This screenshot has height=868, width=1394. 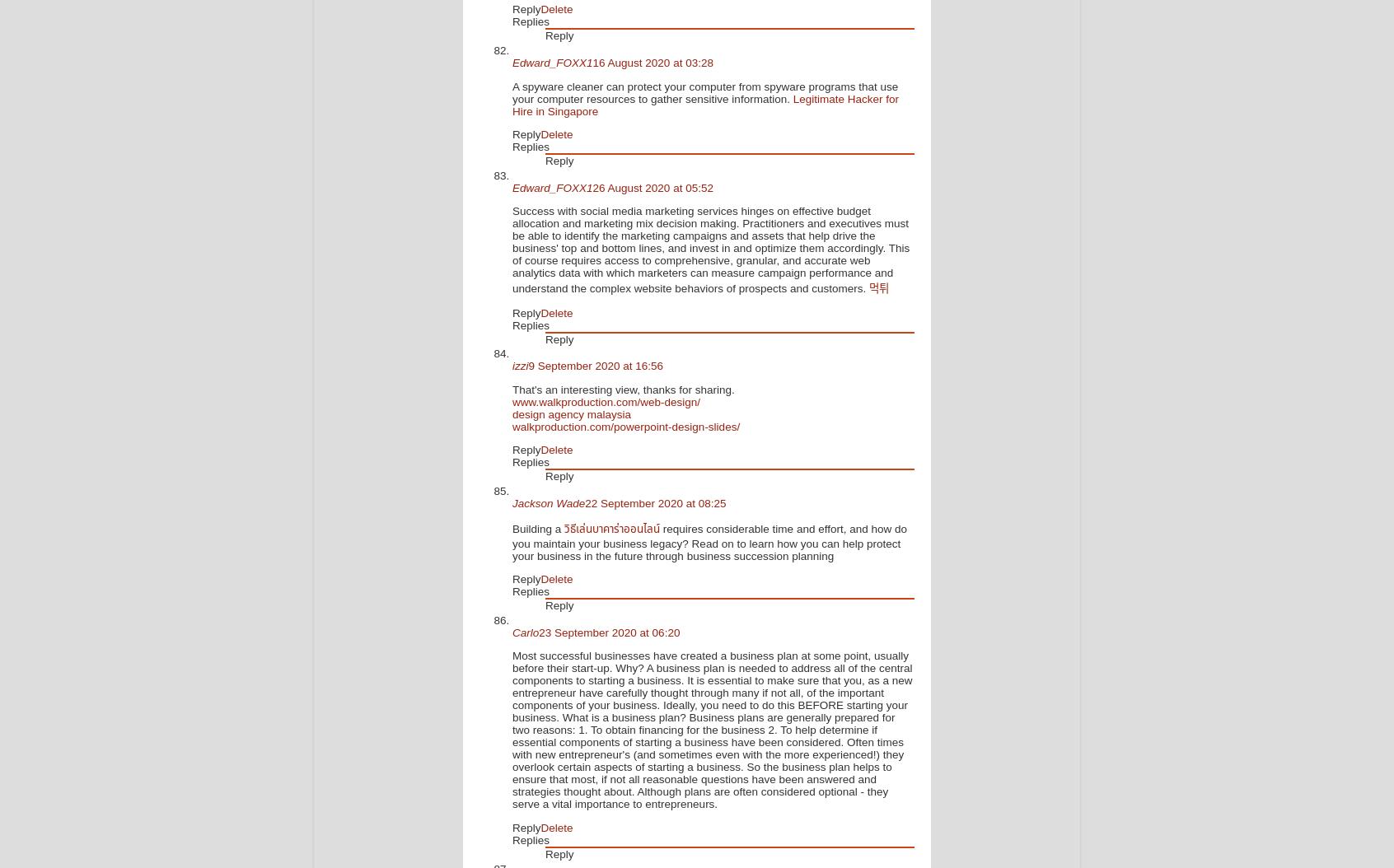 I want to click on 'A spyware cleaner can protect your computer from spyware programs that use your computer resources to gather sensitive information.', so click(x=704, y=92).